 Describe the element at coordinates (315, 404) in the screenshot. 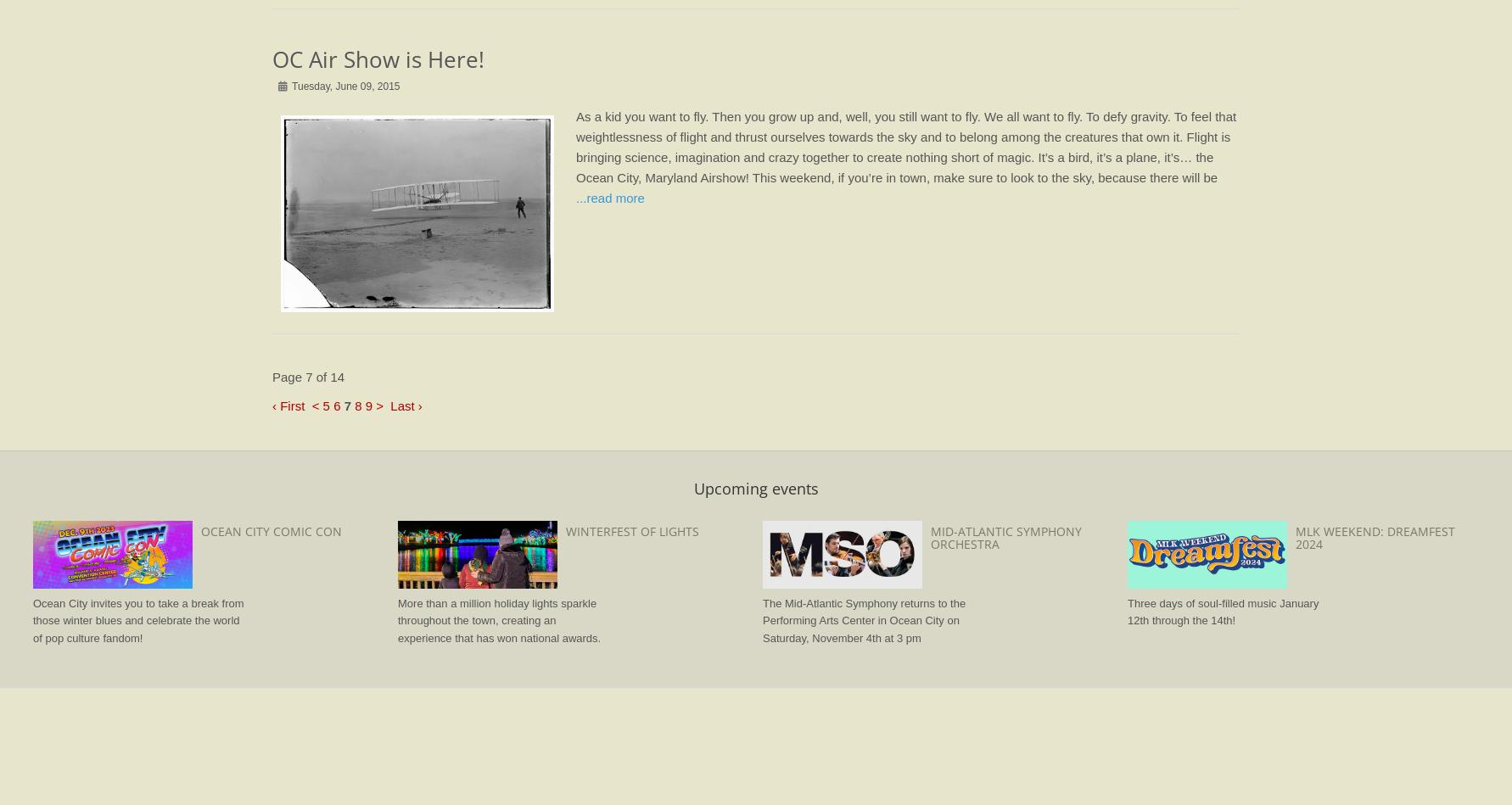

I see `'<'` at that location.